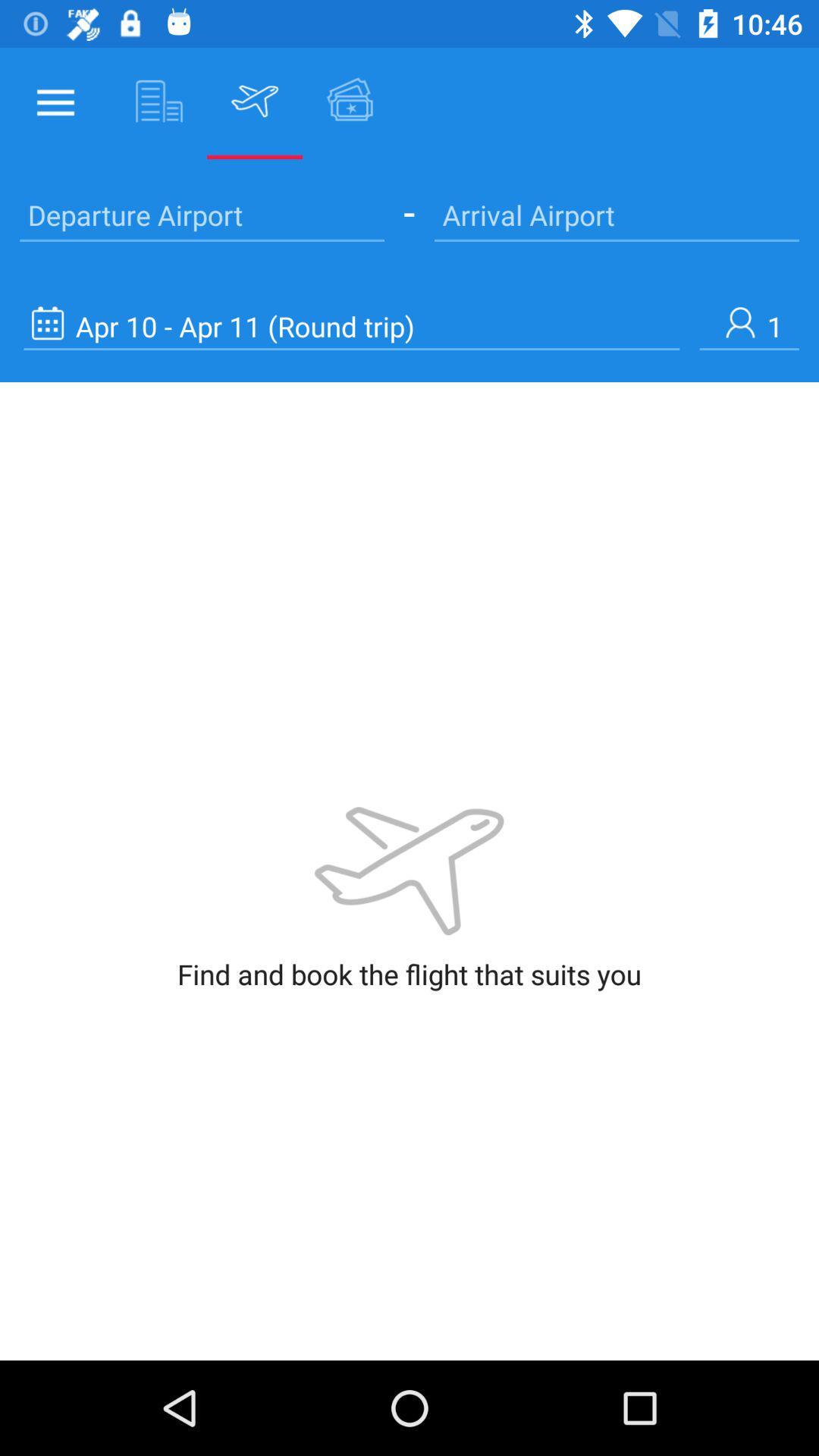 This screenshot has height=1456, width=819. What do you see at coordinates (351, 325) in the screenshot?
I see `last option in the page beside 1 number` at bounding box center [351, 325].